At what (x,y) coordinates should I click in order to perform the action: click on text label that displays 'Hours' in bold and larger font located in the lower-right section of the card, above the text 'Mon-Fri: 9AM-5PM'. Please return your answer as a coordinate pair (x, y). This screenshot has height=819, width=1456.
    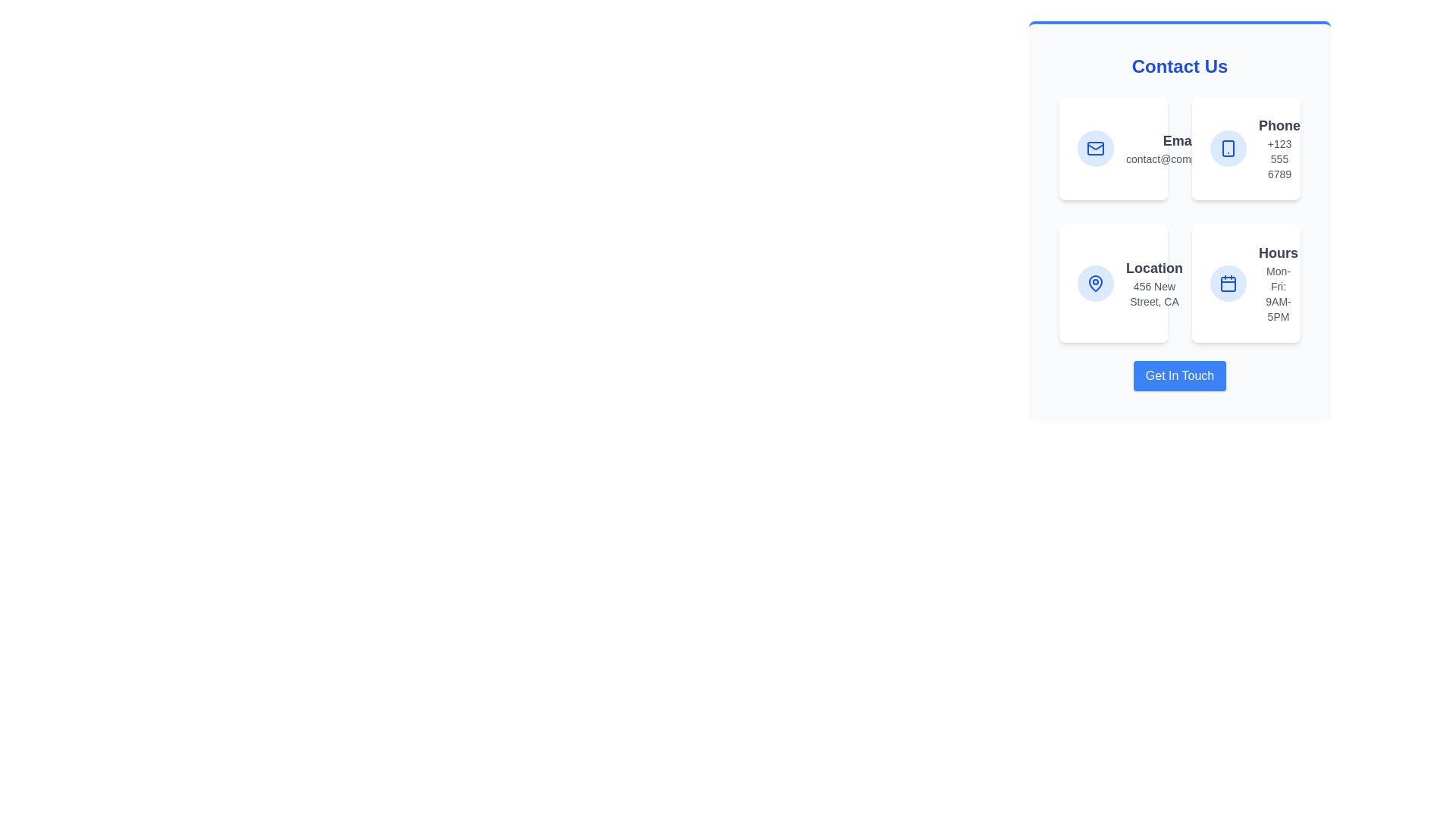
    Looking at the image, I should click on (1277, 253).